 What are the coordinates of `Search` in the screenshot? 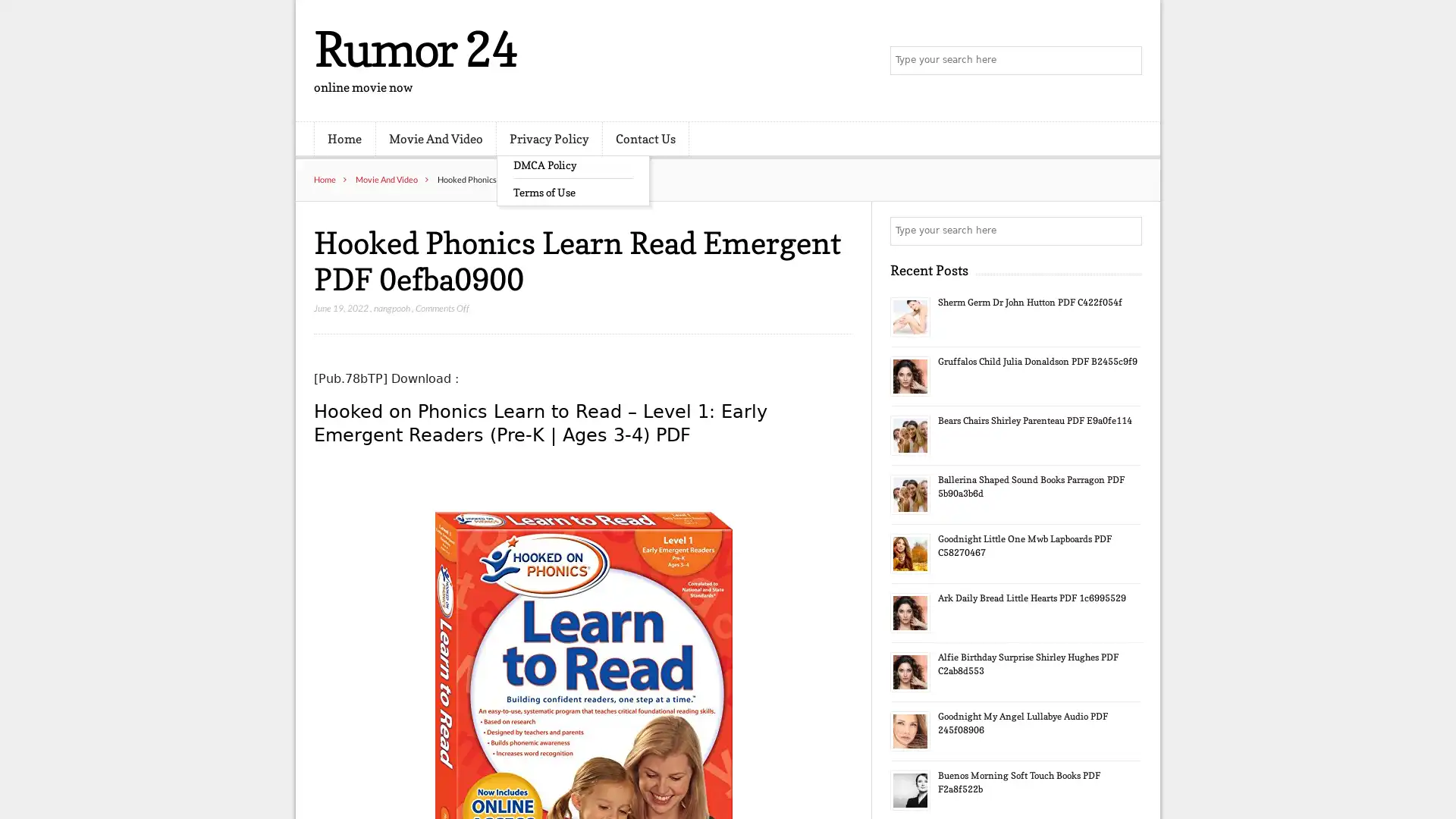 It's located at (1126, 61).